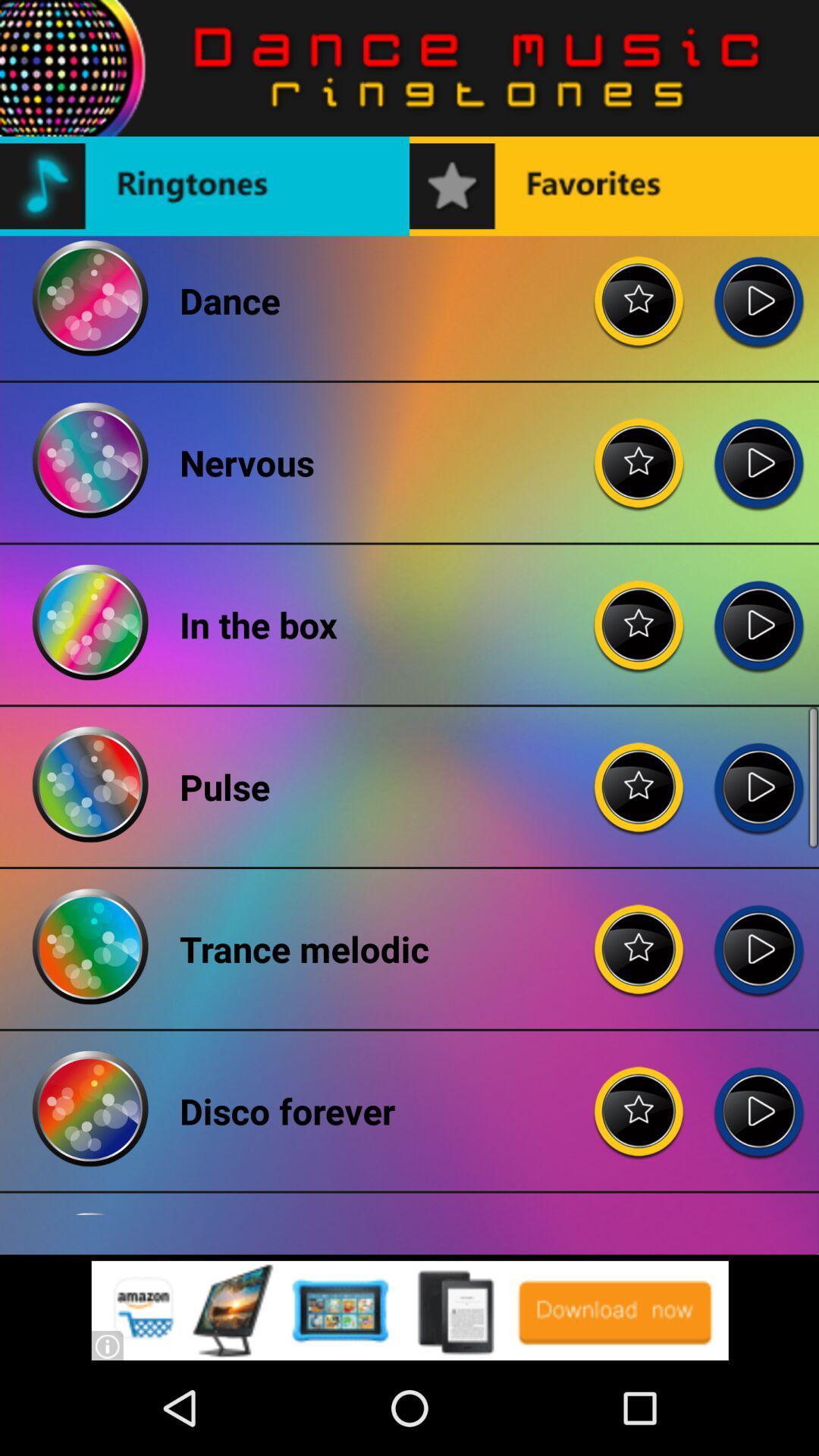 The width and height of the screenshot is (819, 1456). Describe the element at coordinates (639, 775) in the screenshot. I see `click the ratting` at that location.